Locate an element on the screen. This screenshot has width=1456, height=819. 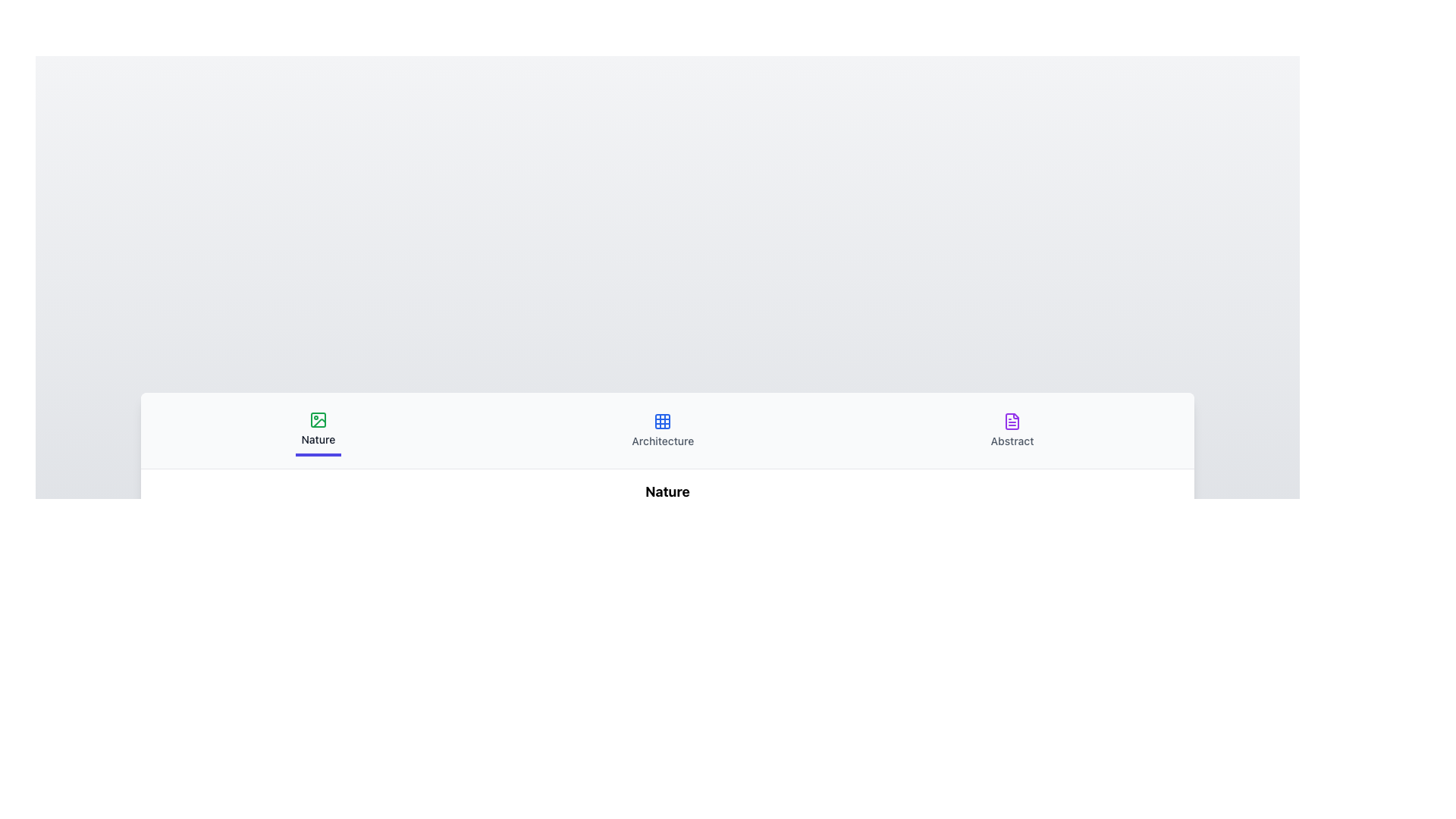
the navigation button for 'Architecture' located in the center of the horizontal navigation bar, positioned between 'Nature' and 'Abstract' to filter content accordingly is located at coordinates (663, 430).